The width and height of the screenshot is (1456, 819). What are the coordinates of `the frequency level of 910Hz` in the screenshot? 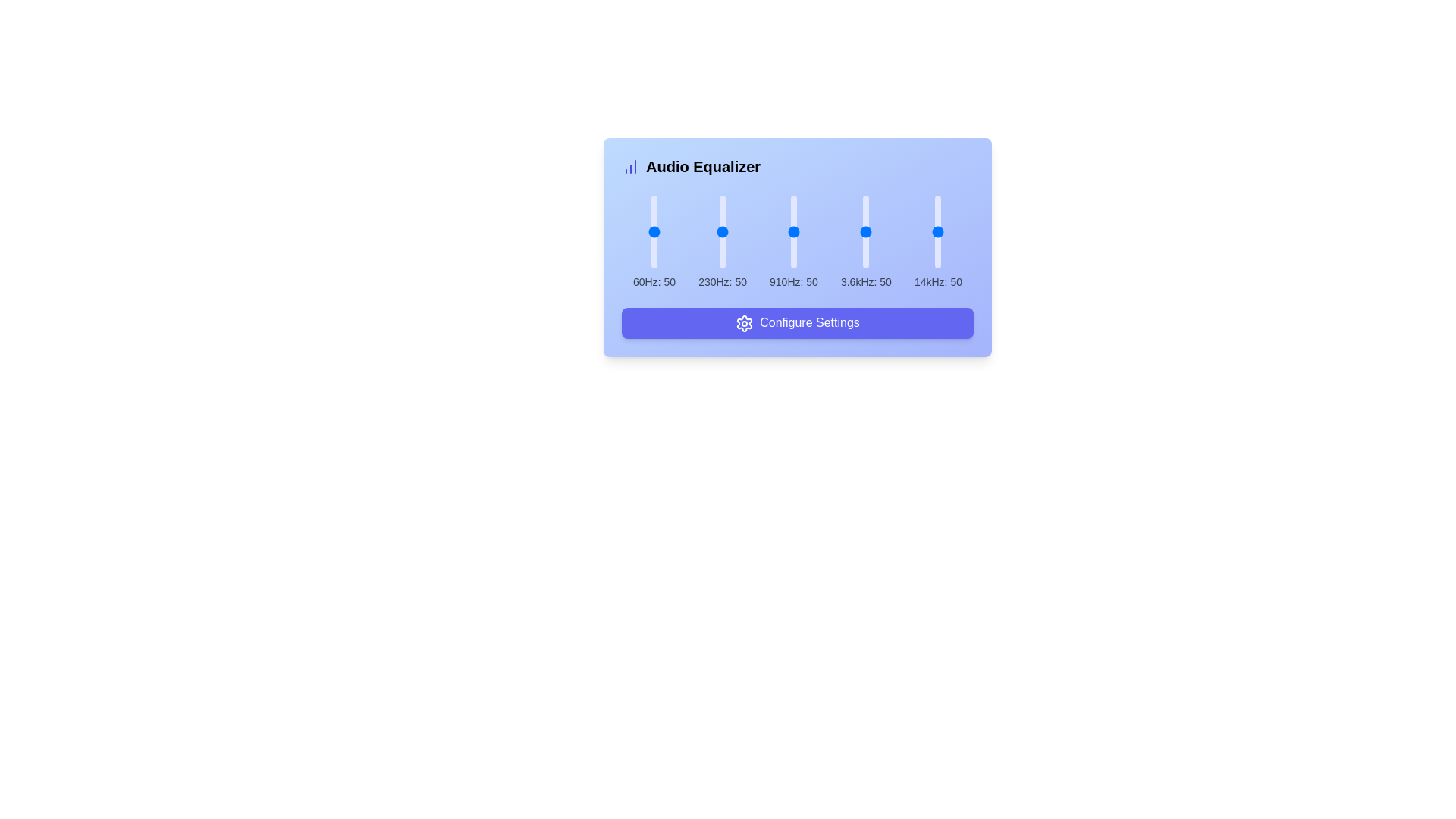 It's located at (792, 210).